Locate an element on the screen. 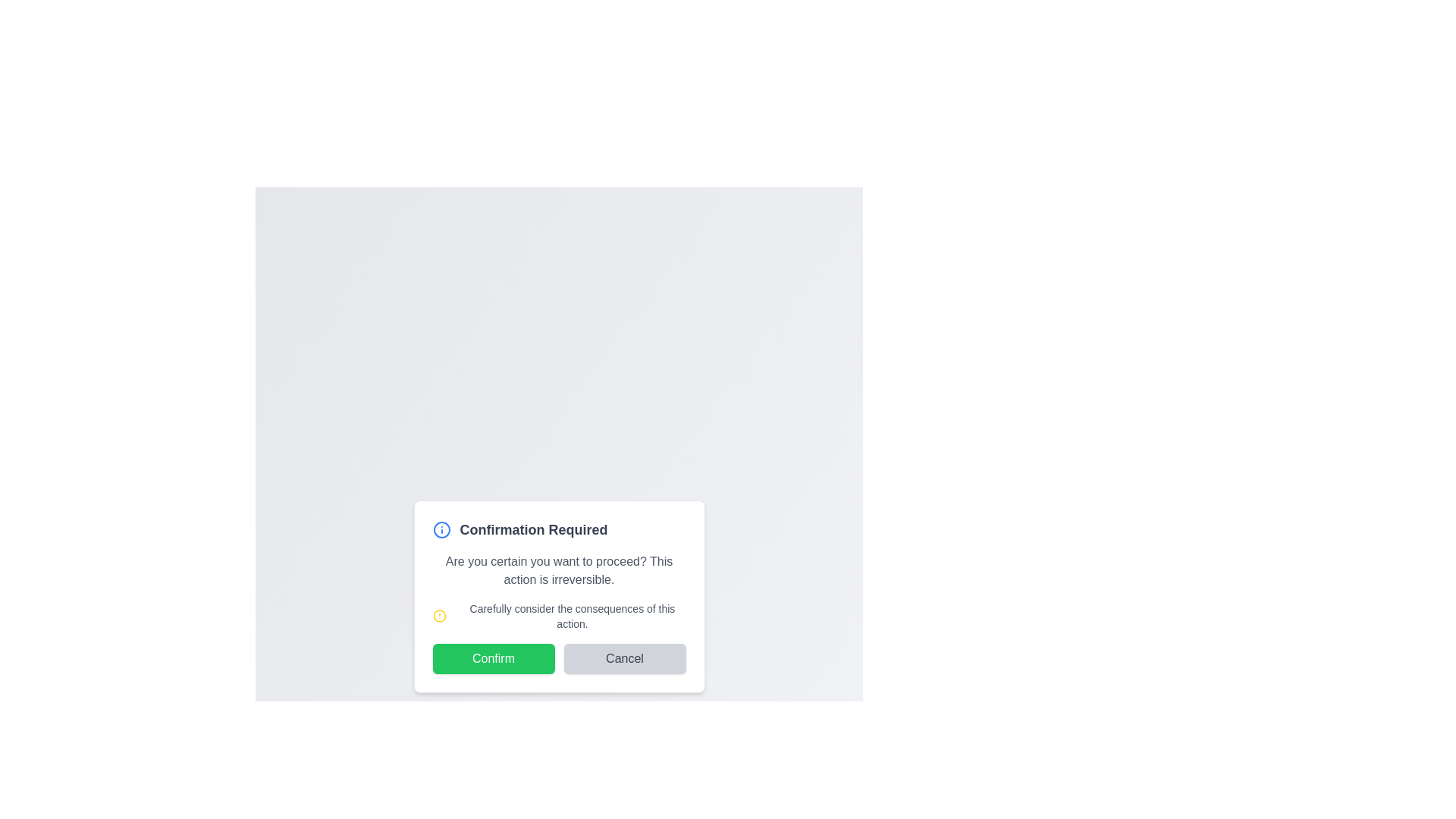 This screenshot has height=819, width=1456. the icon that draws attention to the 'Confirmation Required' message, which is the first item positioned to the left of the text is located at coordinates (441, 529).